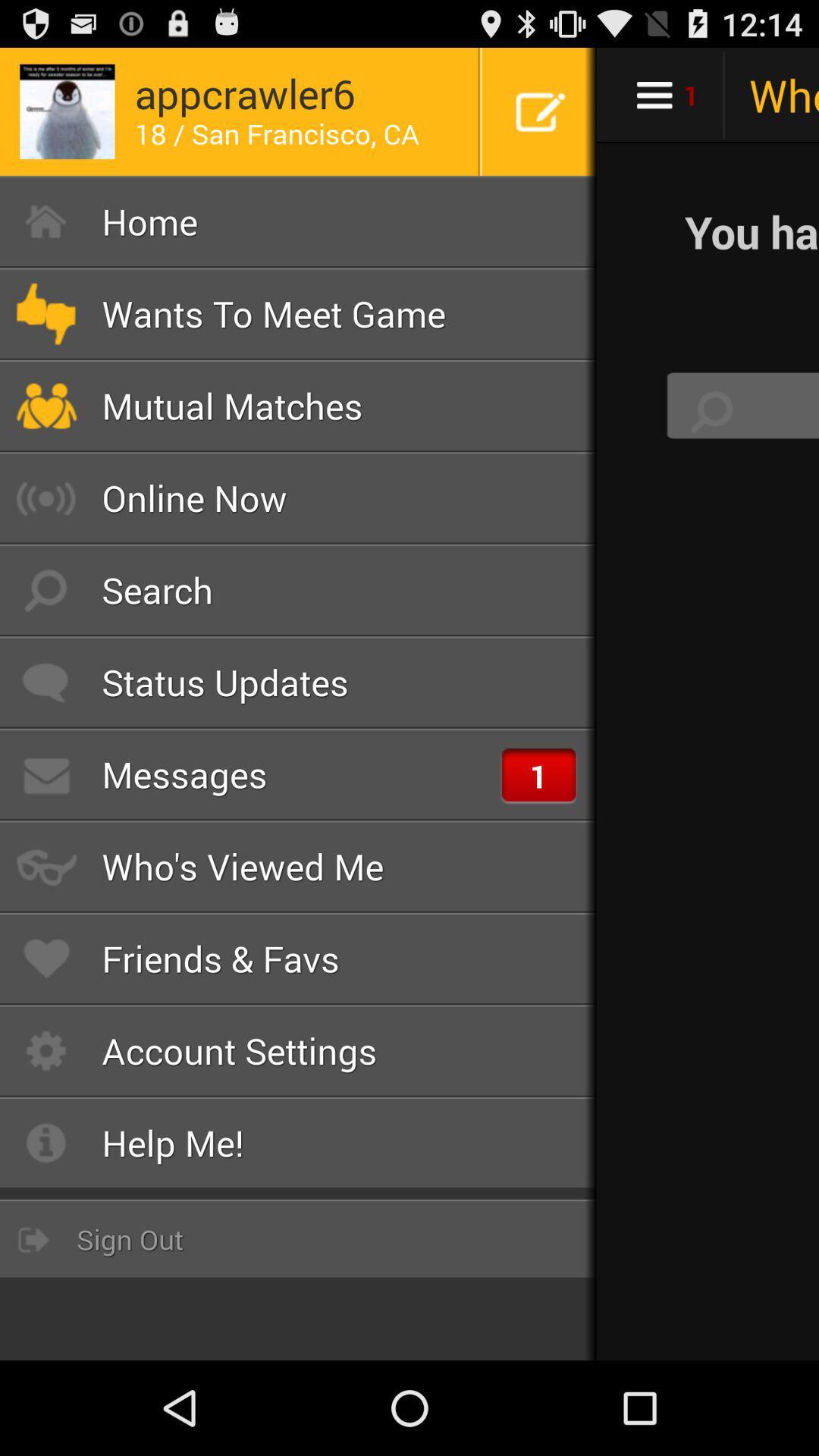 The width and height of the screenshot is (819, 1456). Describe the element at coordinates (66, 111) in the screenshot. I see `the image on top left corner of the page` at that location.